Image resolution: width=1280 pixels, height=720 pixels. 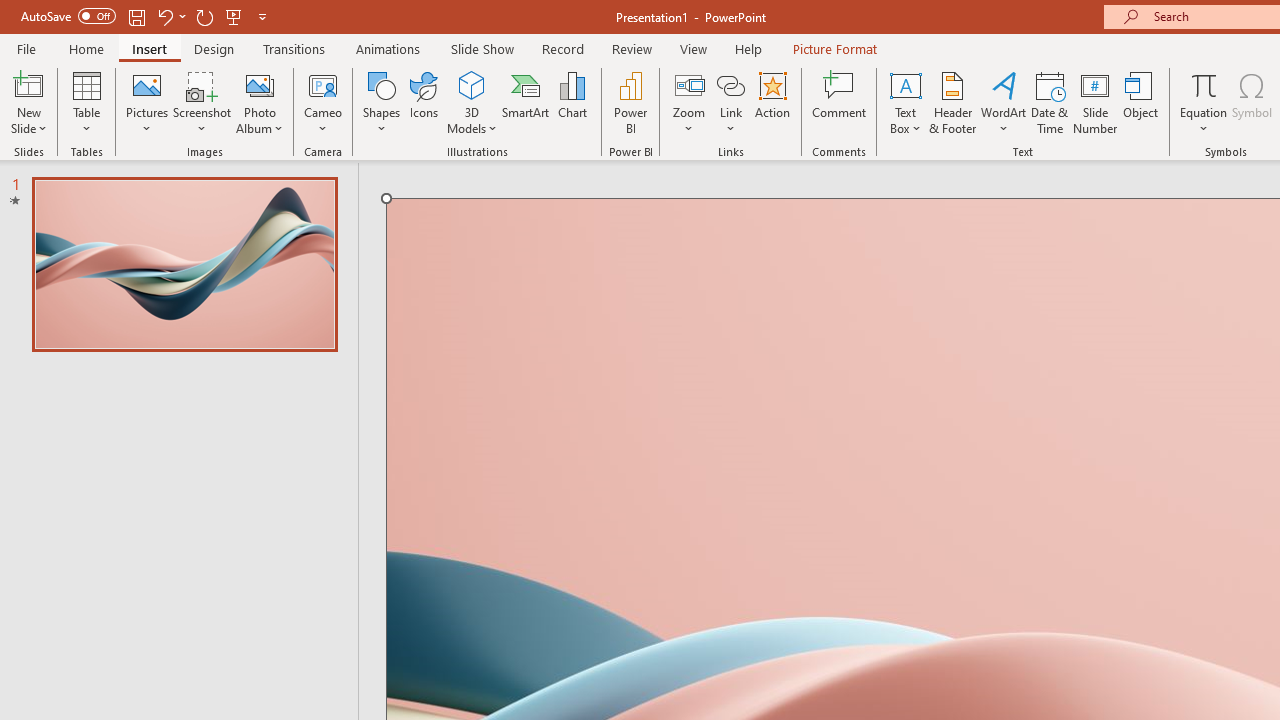 What do you see at coordinates (630, 103) in the screenshot?
I see `'Power BI'` at bounding box center [630, 103].